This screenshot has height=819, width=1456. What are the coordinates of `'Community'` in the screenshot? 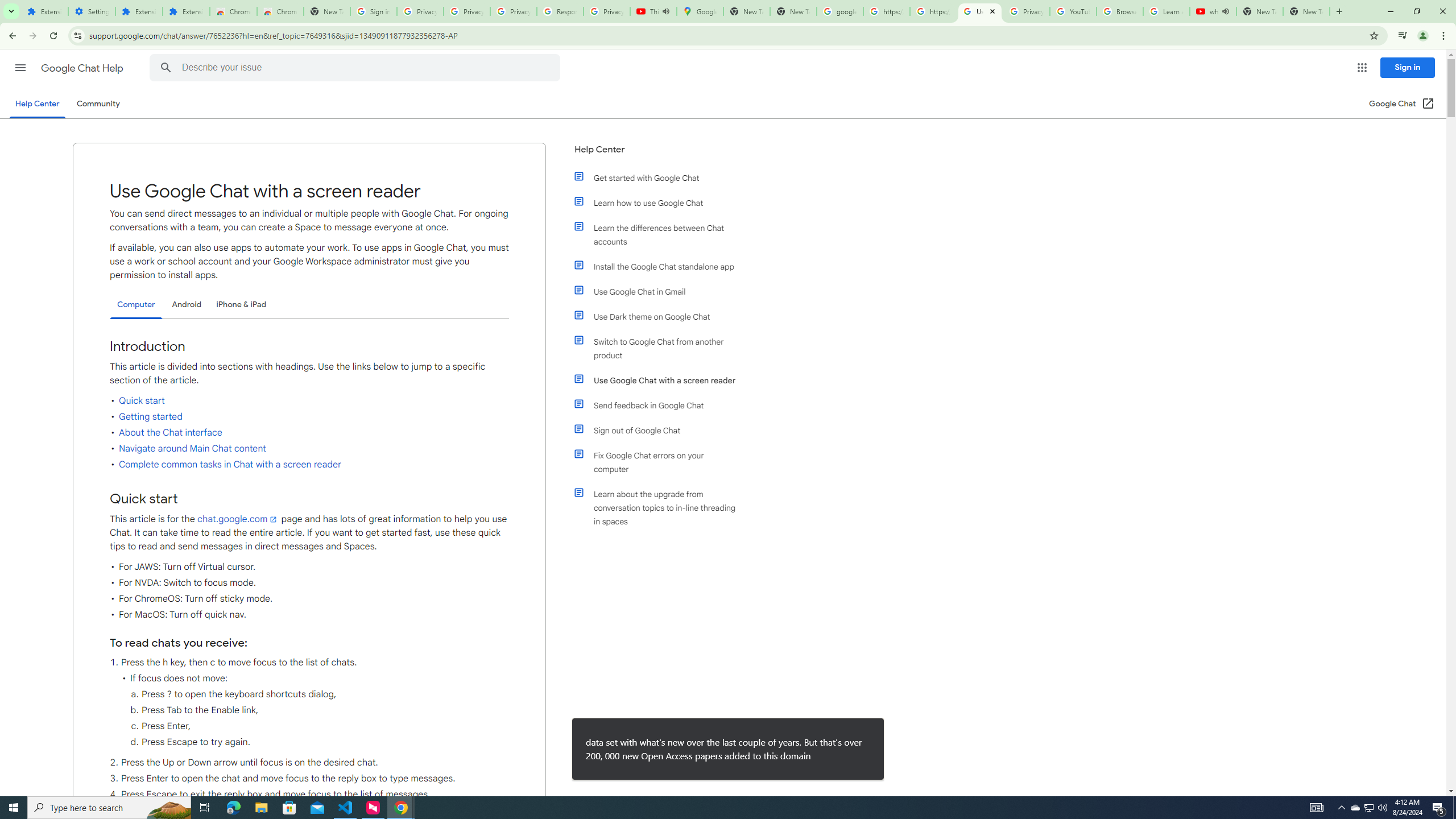 It's located at (97, 103).